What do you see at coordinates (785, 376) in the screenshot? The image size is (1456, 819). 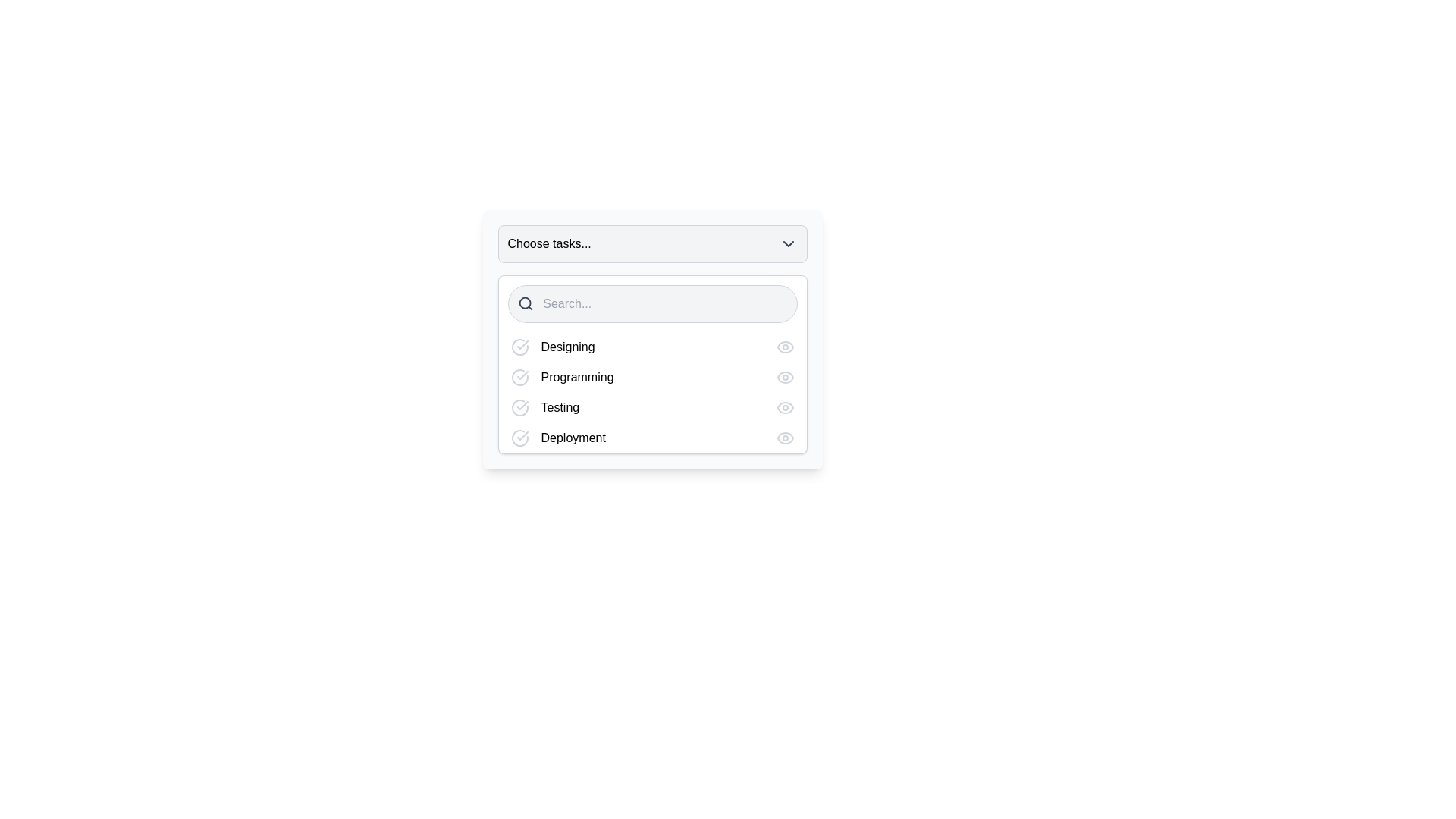 I see `the eye-shaped icon button located at the far-right of the 'Programming' entry` at bounding box center [785, 376].